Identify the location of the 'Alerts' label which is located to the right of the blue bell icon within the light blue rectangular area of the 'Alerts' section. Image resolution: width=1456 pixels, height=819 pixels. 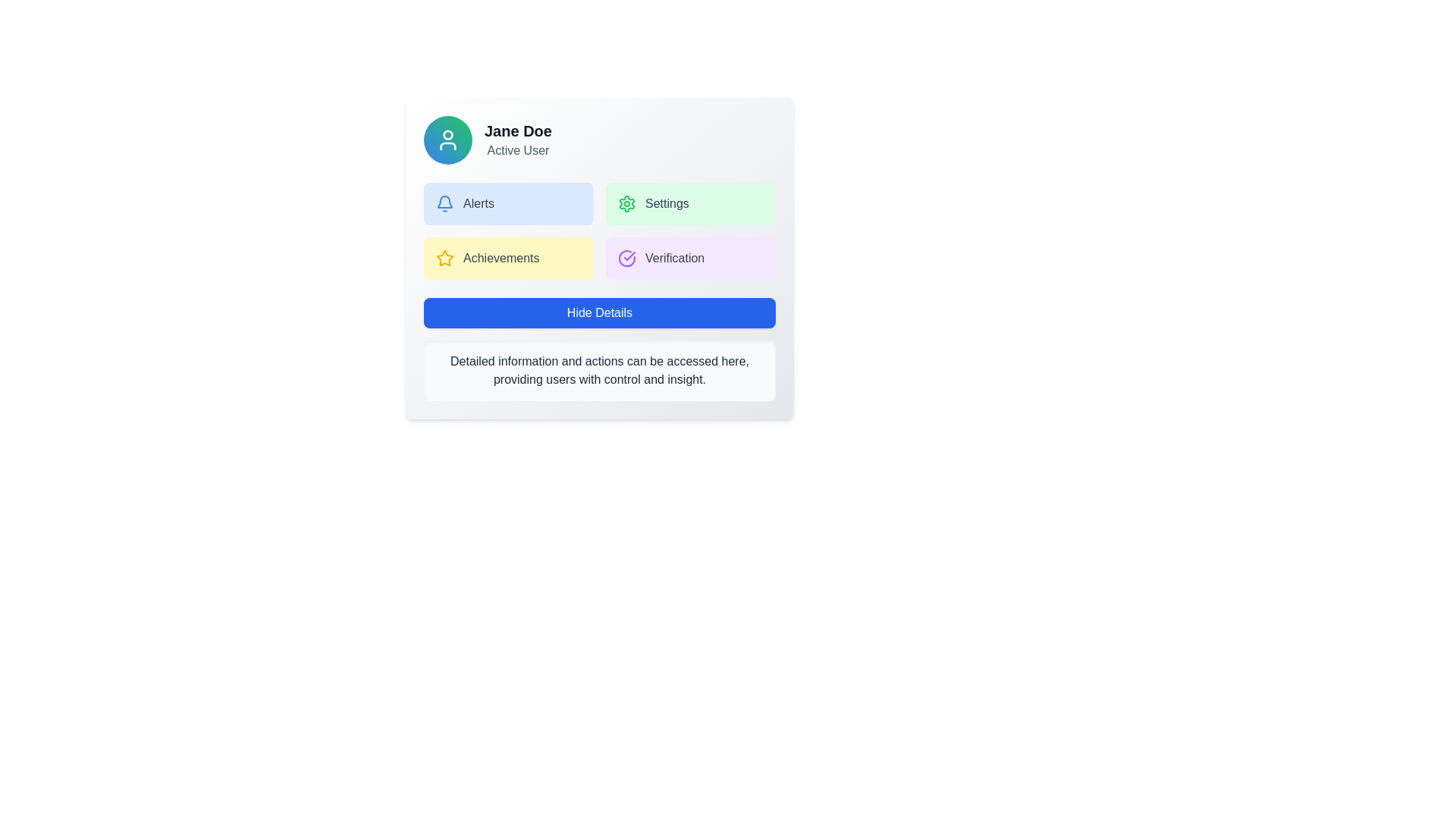
(478, 203).